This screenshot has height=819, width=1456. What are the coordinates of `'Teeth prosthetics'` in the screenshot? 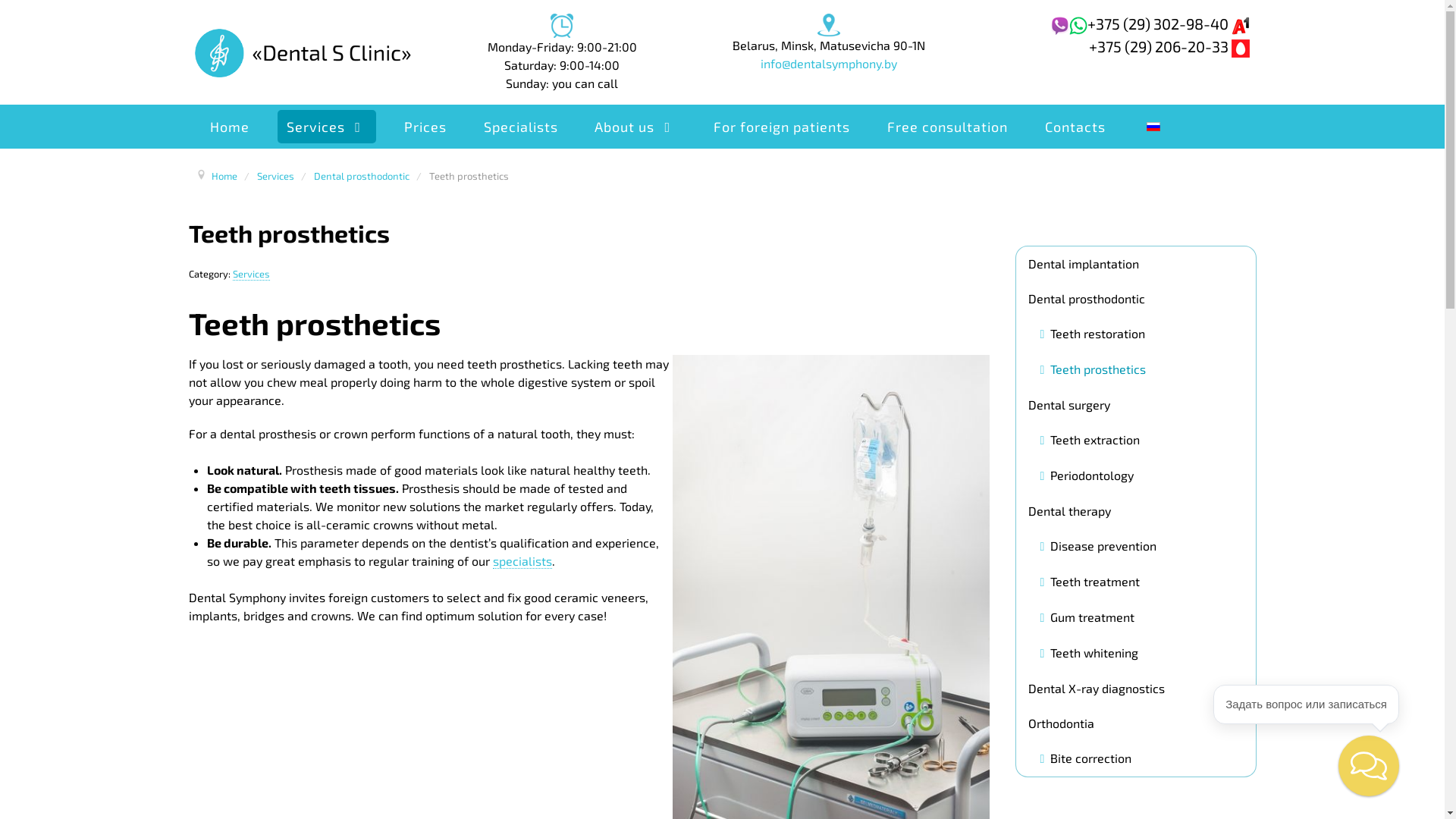 It's located at (1093, 369).